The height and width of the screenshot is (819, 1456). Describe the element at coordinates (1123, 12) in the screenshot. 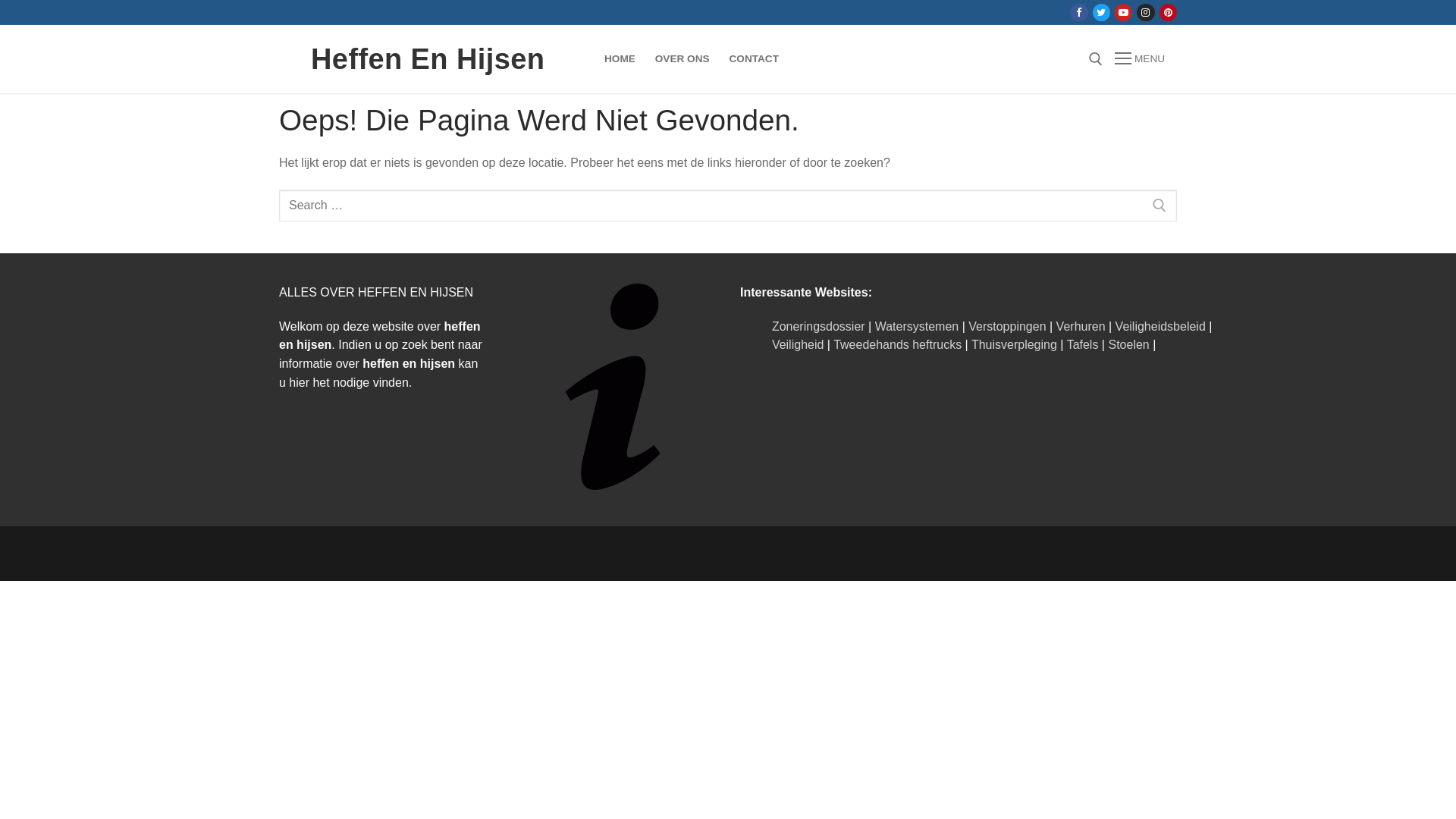

I see `'Youtube'` at that location.